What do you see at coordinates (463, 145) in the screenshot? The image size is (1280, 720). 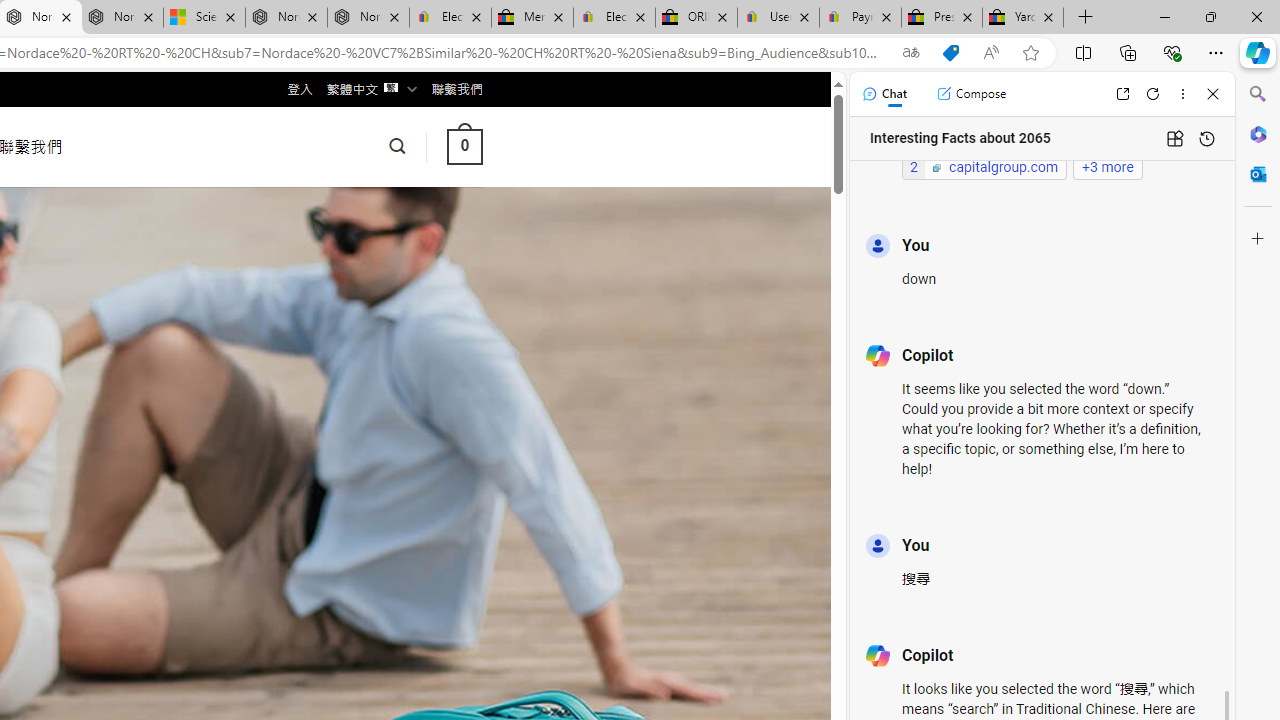 I see `'  0  '` at bounding box center [463, 145].